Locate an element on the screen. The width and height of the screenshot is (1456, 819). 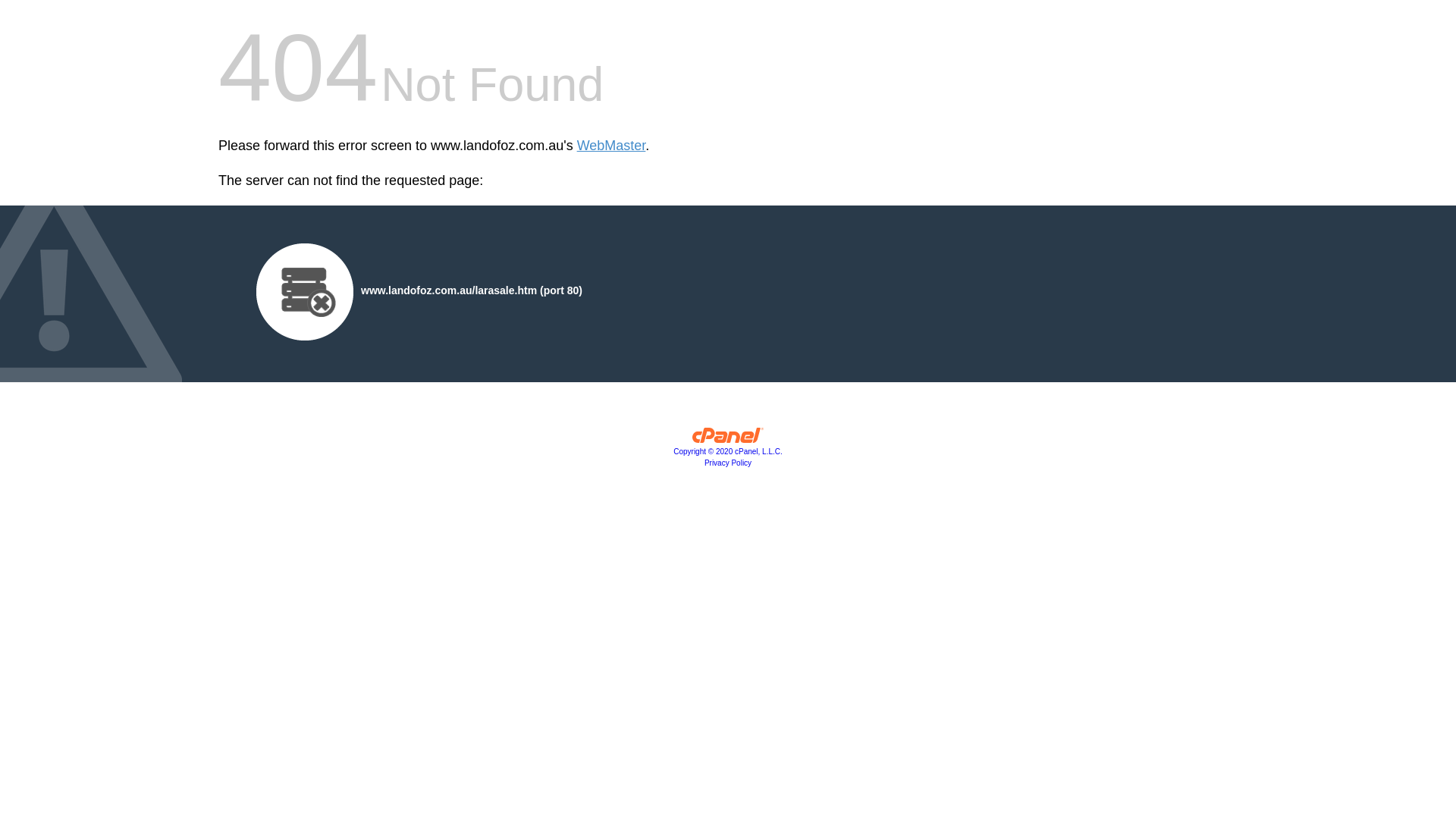
'Privacy Policy' is located at coordinates (728, 462).